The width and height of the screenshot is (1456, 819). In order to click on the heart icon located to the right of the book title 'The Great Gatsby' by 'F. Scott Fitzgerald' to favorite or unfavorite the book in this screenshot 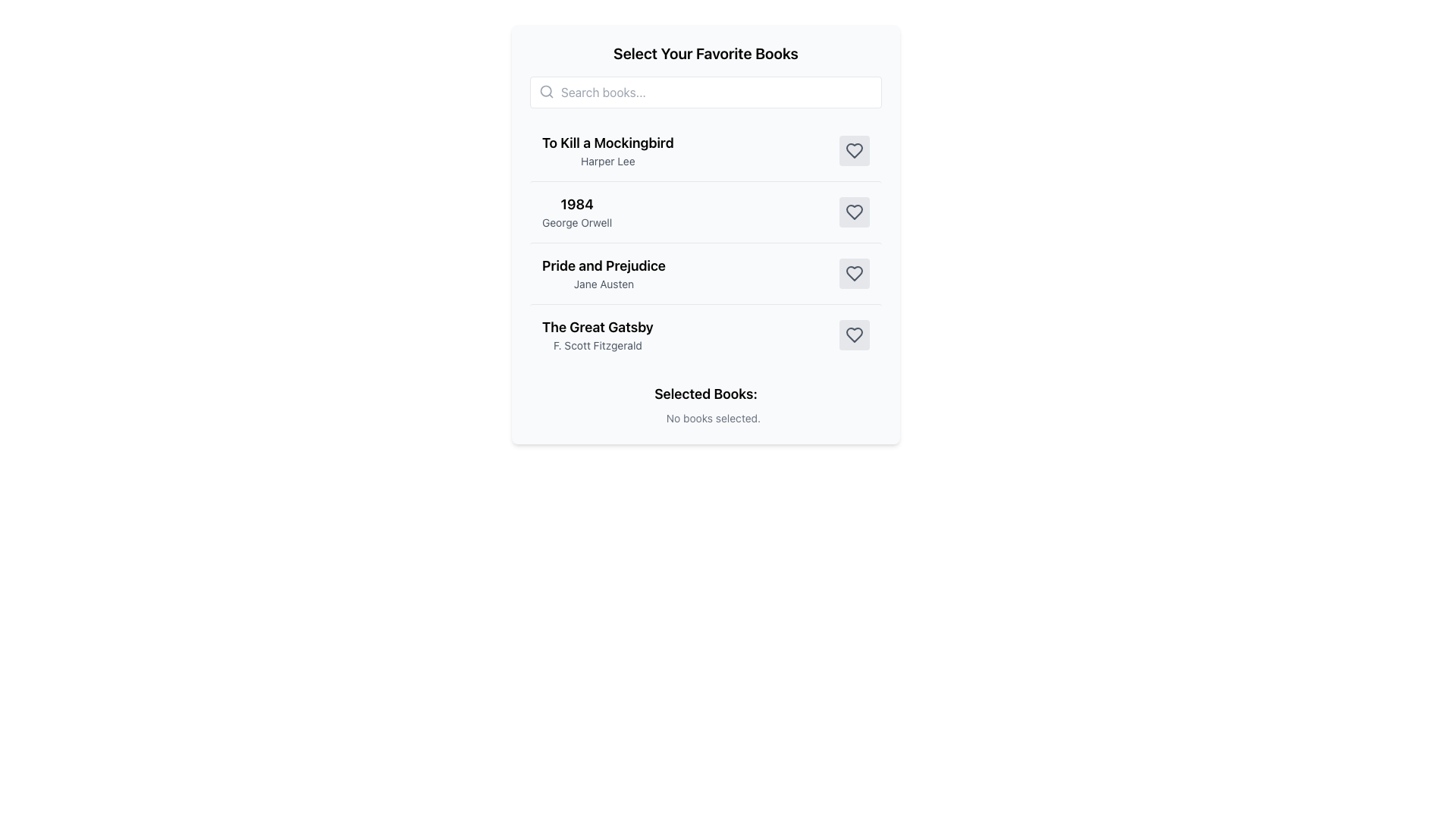, I will do `click(855, 334)`.